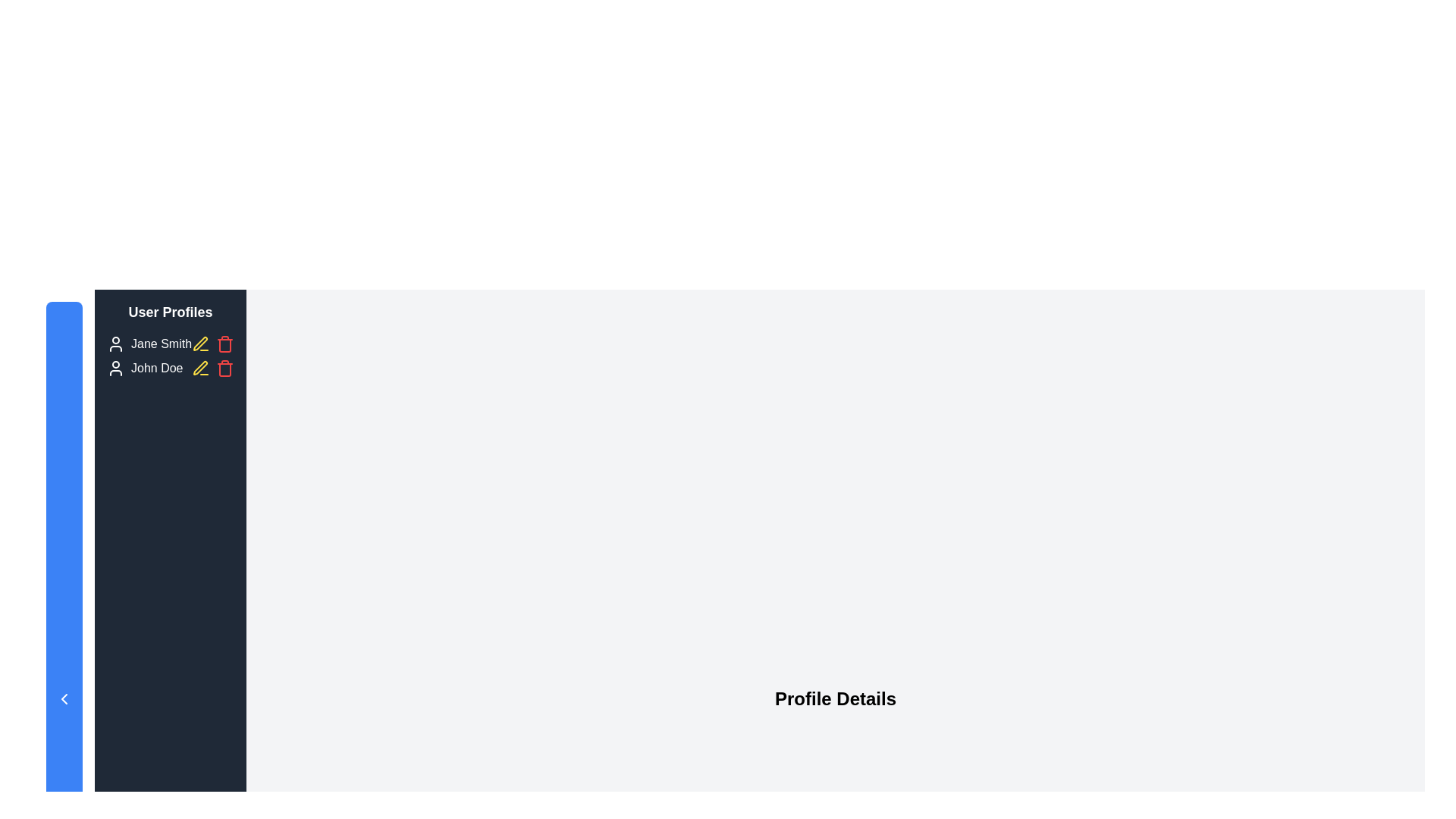 Image resolution: width=1456 pixels, height=819 pixels. Describe the element at coordinates (64, 698) in the screenshot. I see `the icon button located at the bottom of the left sidebar` at that location.